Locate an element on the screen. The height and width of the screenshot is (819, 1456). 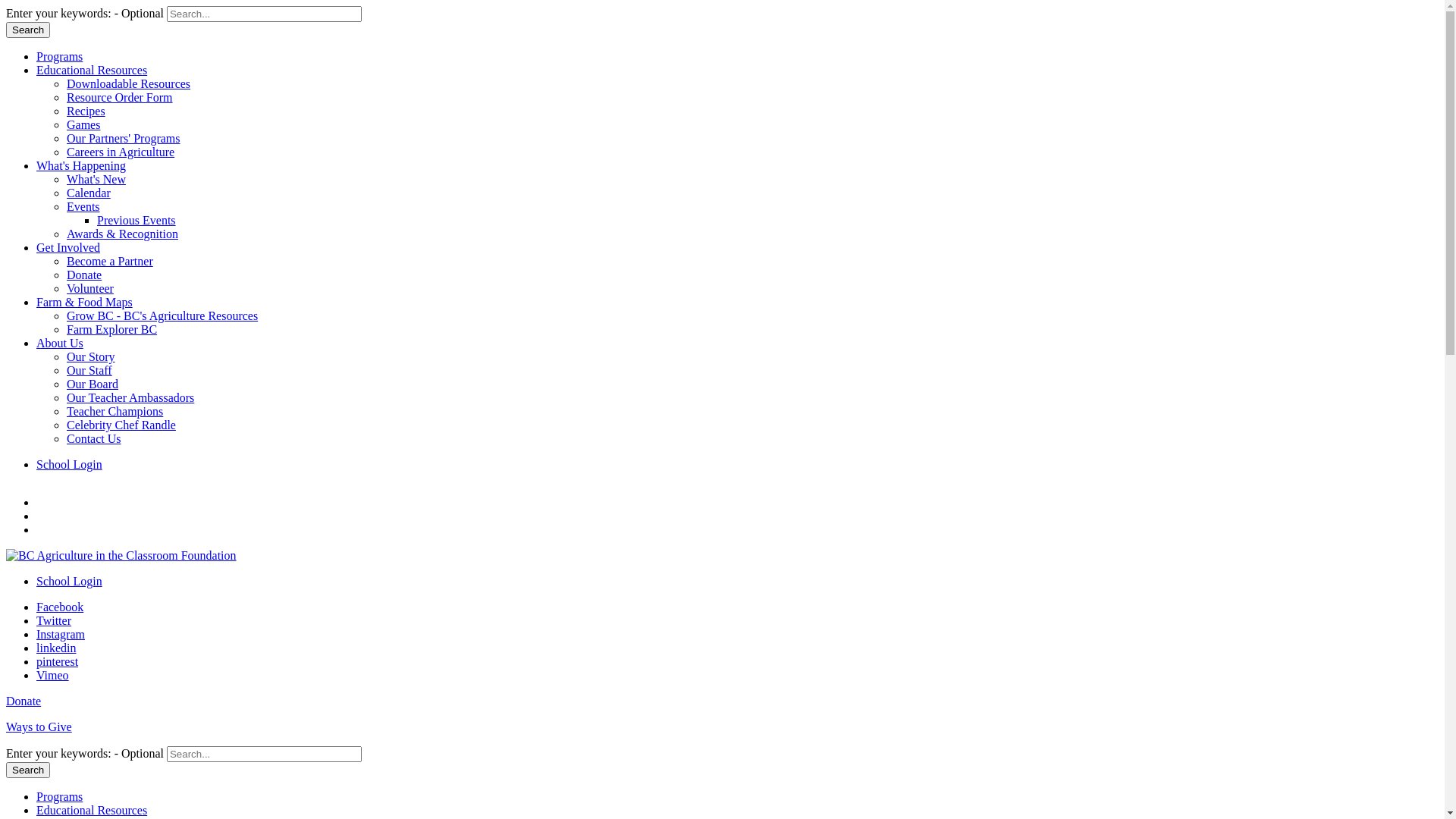
'Grow BC - BC's Agriculture Resources' is located at coordinates (162, 315).